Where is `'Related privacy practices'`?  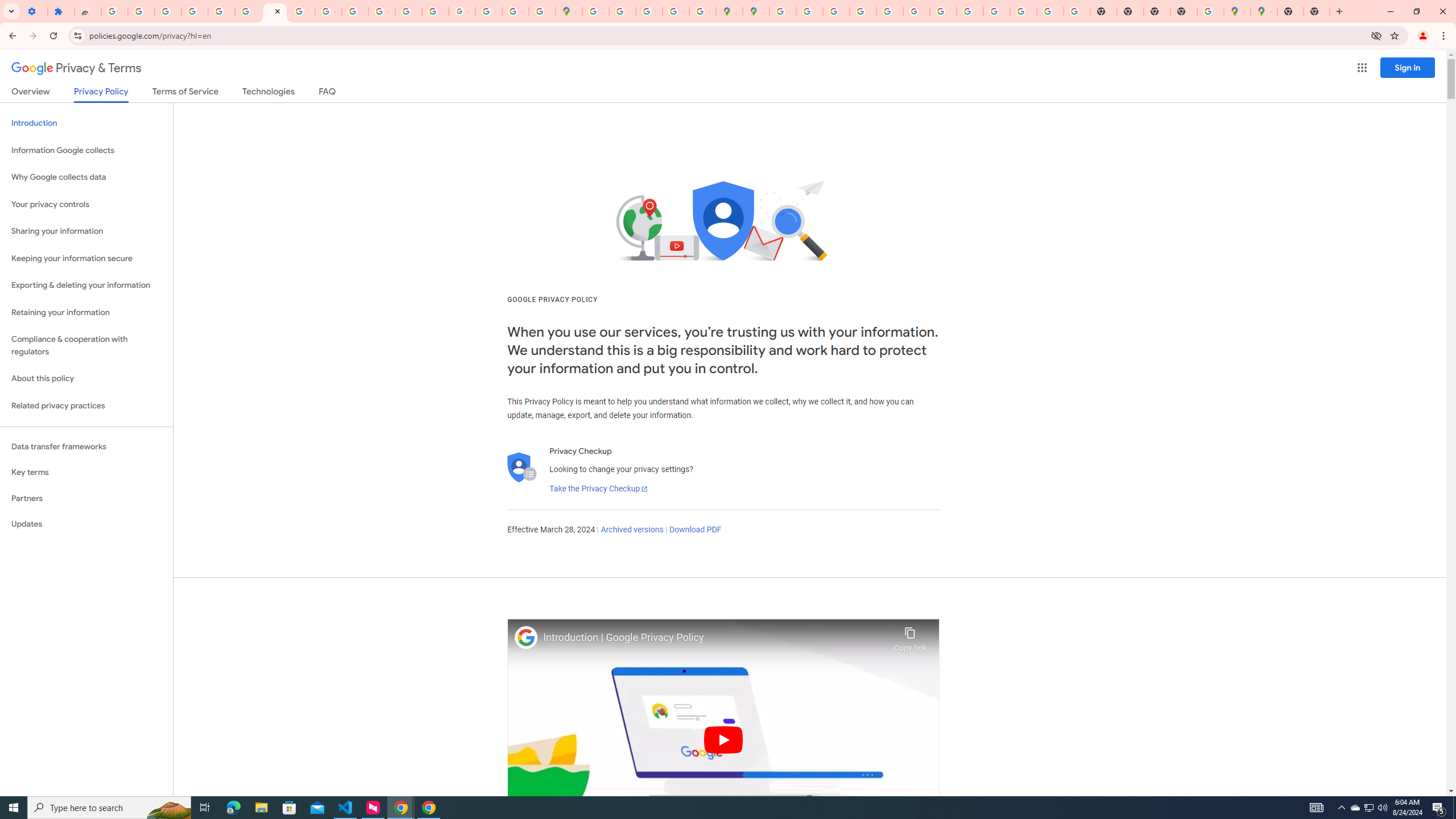 'Related privacy practices' is located at coordinates (86, 405).